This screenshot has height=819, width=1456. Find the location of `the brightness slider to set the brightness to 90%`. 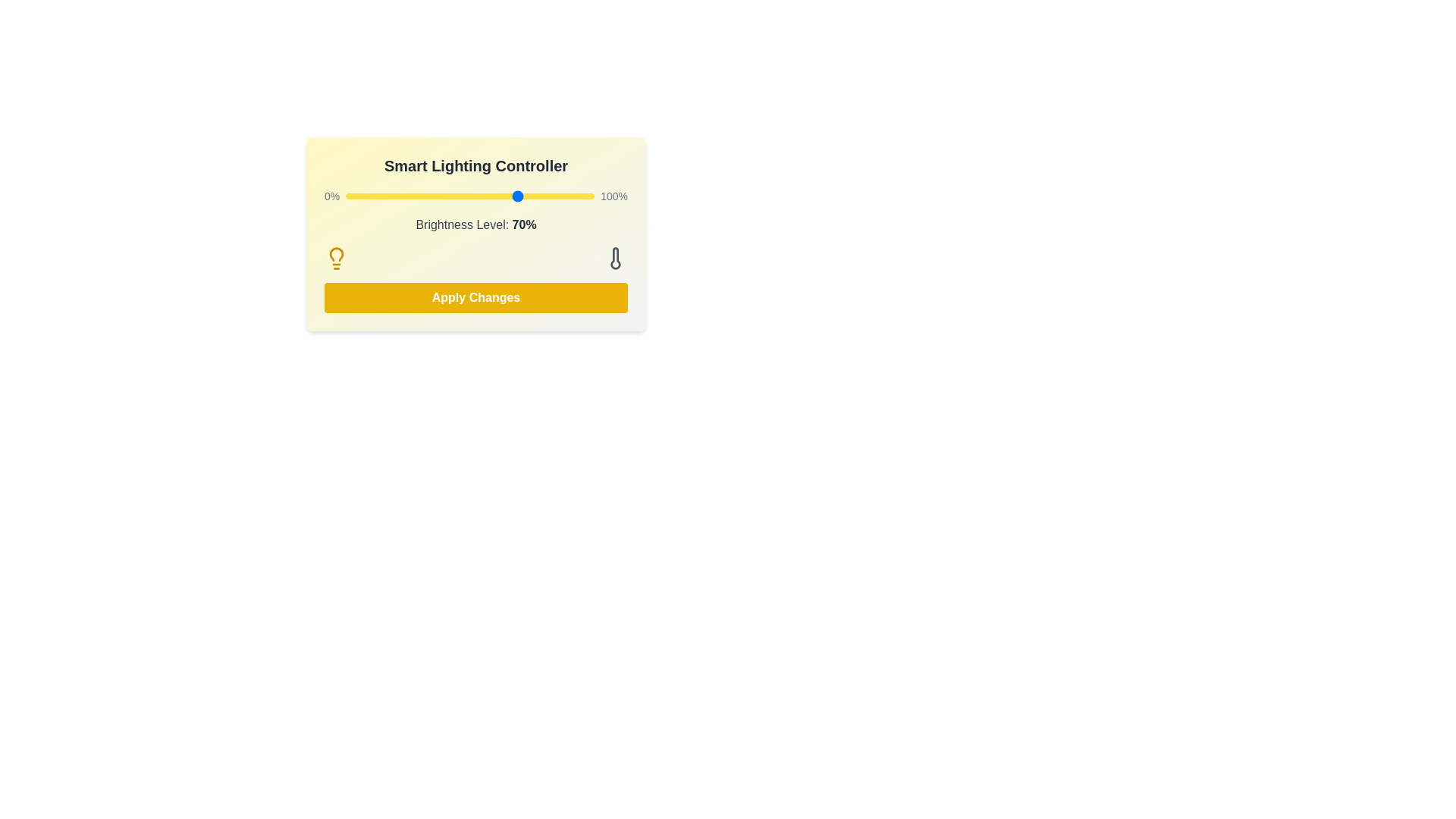

the brightness slider to set the brightness to 90% is located at coordinates (569, 195).